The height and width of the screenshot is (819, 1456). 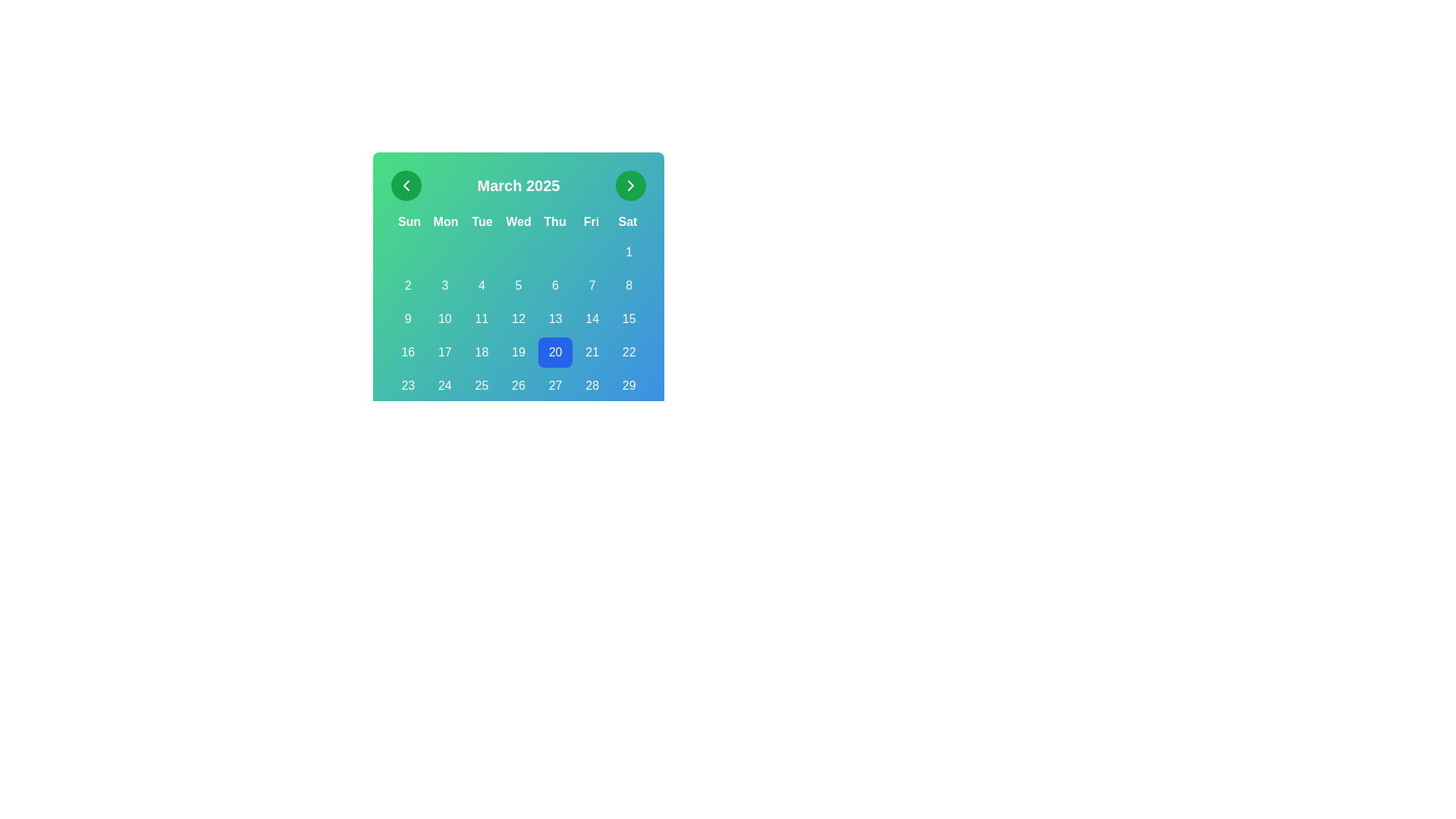 What do you see at coordinates (518, 251) in the screenshot?
I see `the small dot indicator in the fourth cell of the topmost row of the calendar grid, which is visually centered and part of a gradient background ranging from green to blue` at bounding box center [518, 251].